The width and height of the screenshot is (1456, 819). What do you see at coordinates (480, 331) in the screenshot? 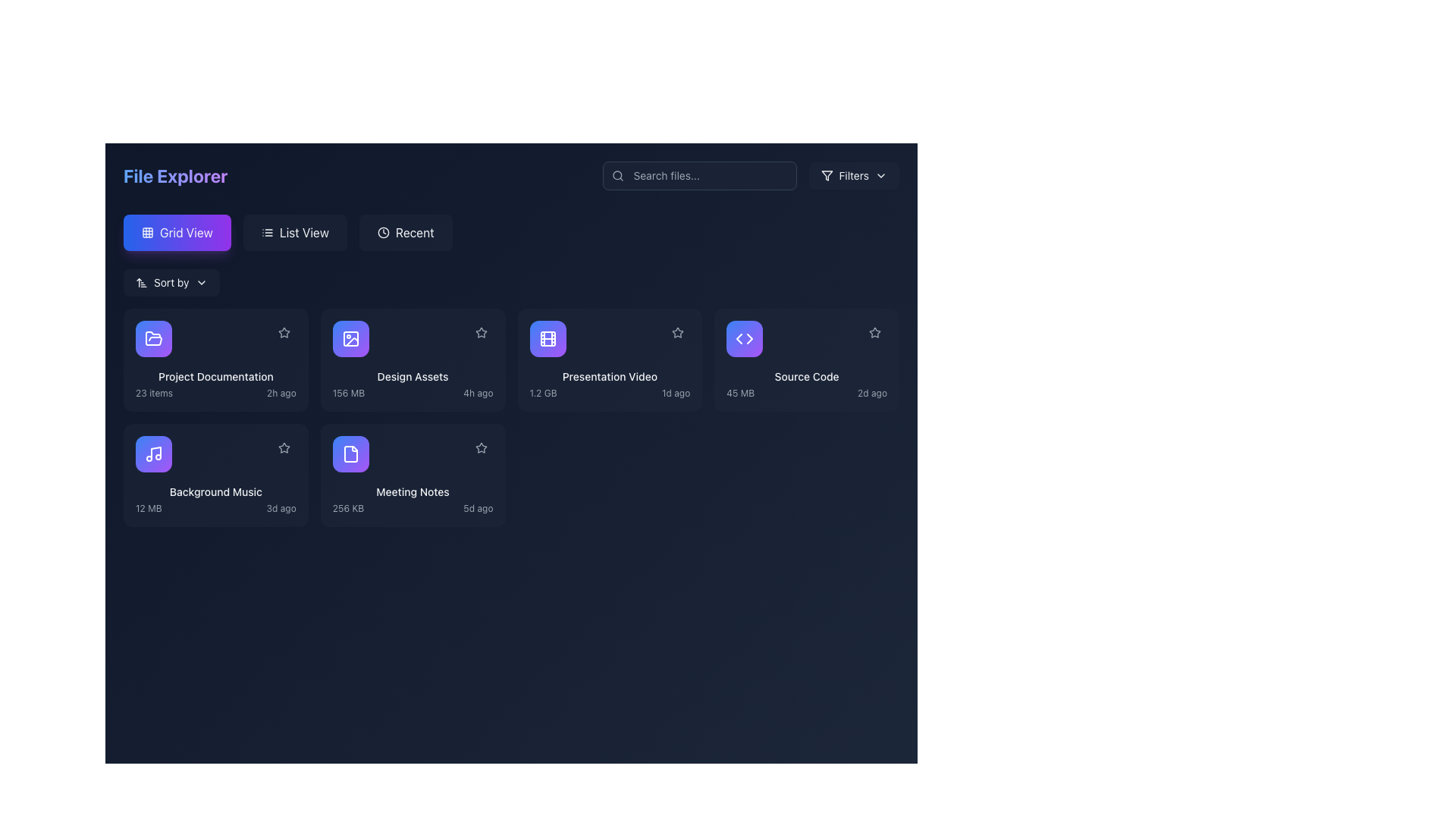
I see `the star icon button` at bounding box center [480, 331].